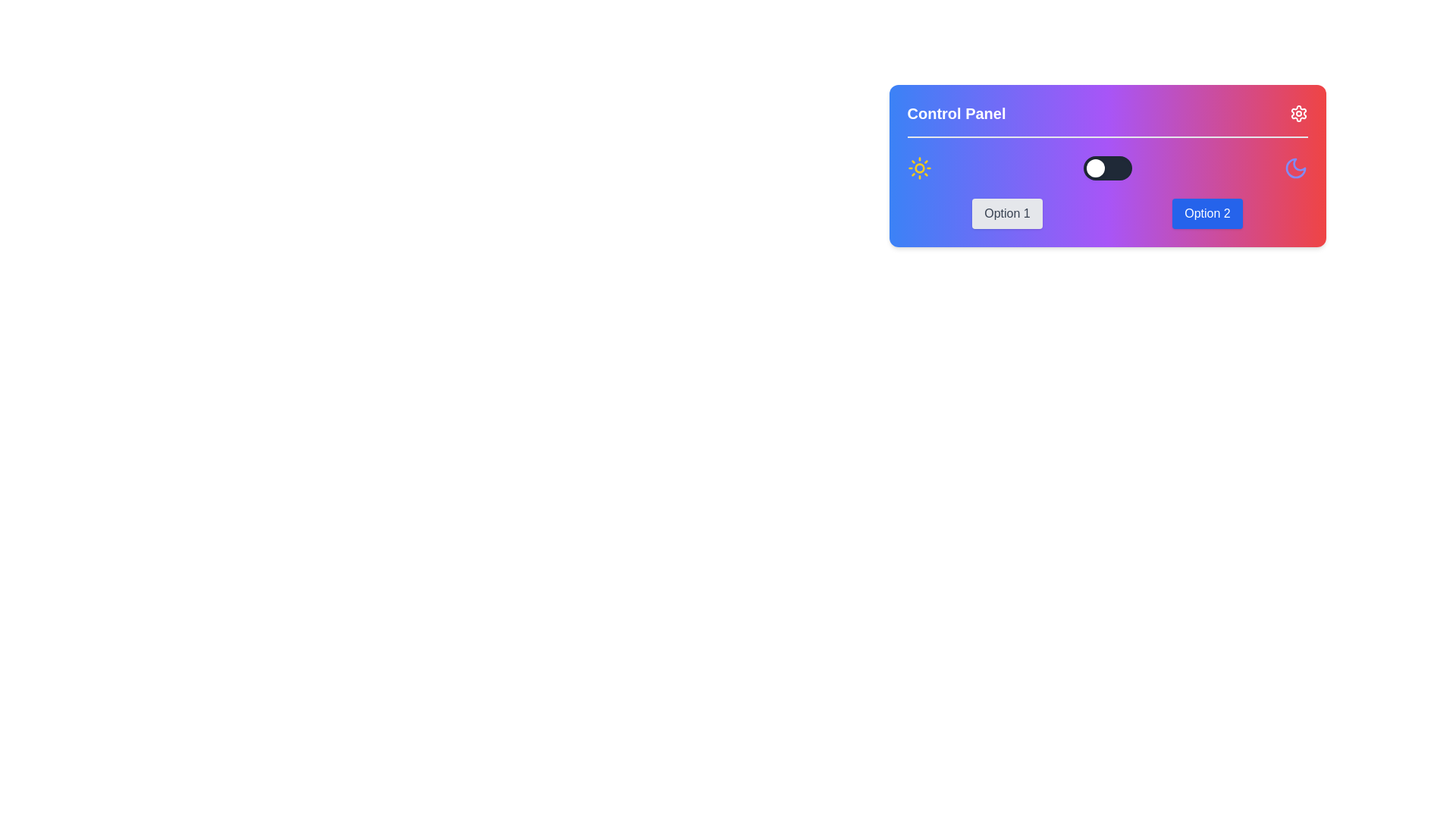 This screenshot has height=819, width=1456. I want to click on the toggle switch handle located at the far-right end of the toggle control in the Control Panel for visual feedback, so click(1095, 168).